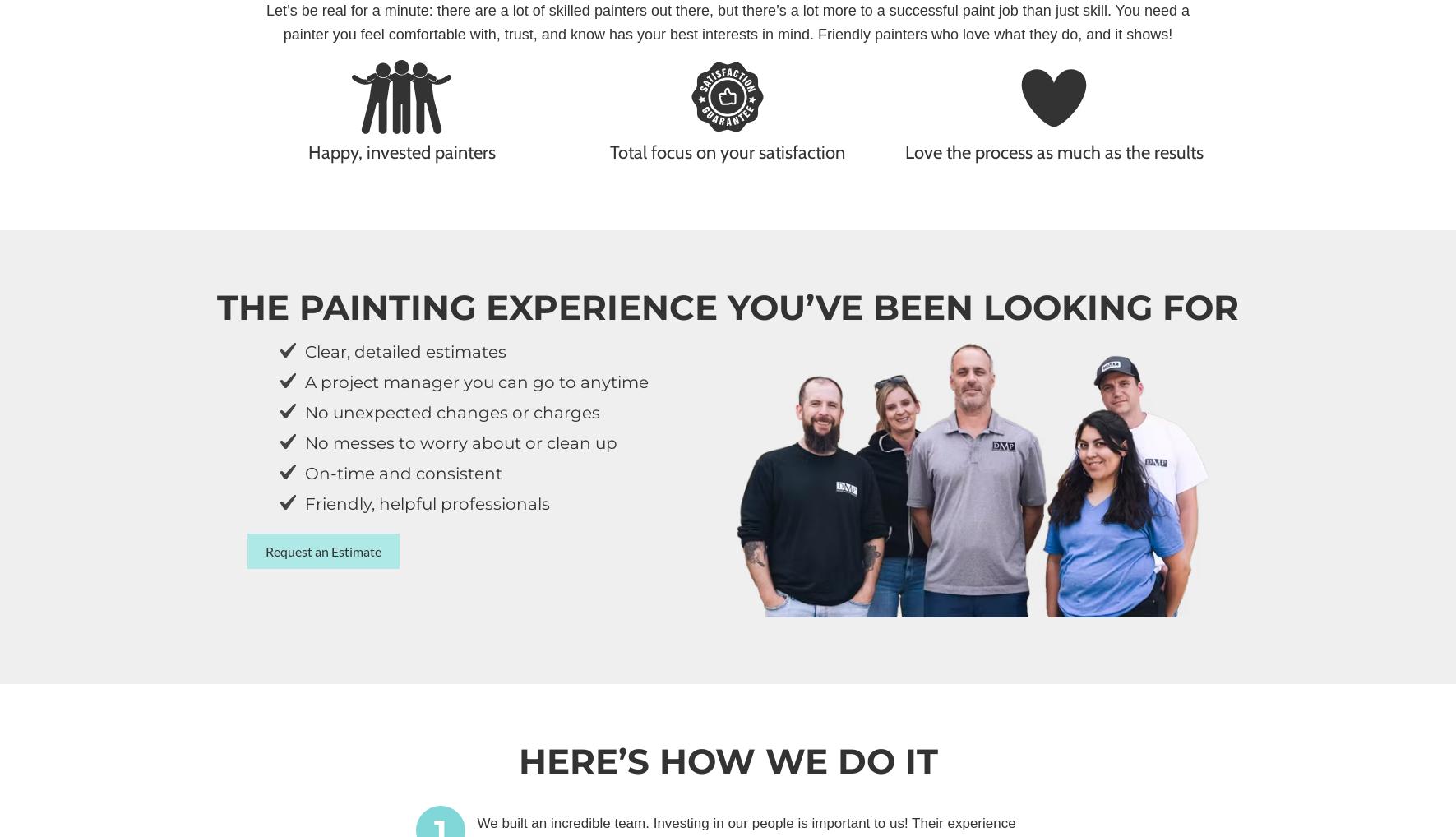 This screenshot has width=1456, height=837. What do you see at coordinates (1052, 151) in the screenshot?
I see `'Love the process as much as the results'` at bounding box center [1052, 151].